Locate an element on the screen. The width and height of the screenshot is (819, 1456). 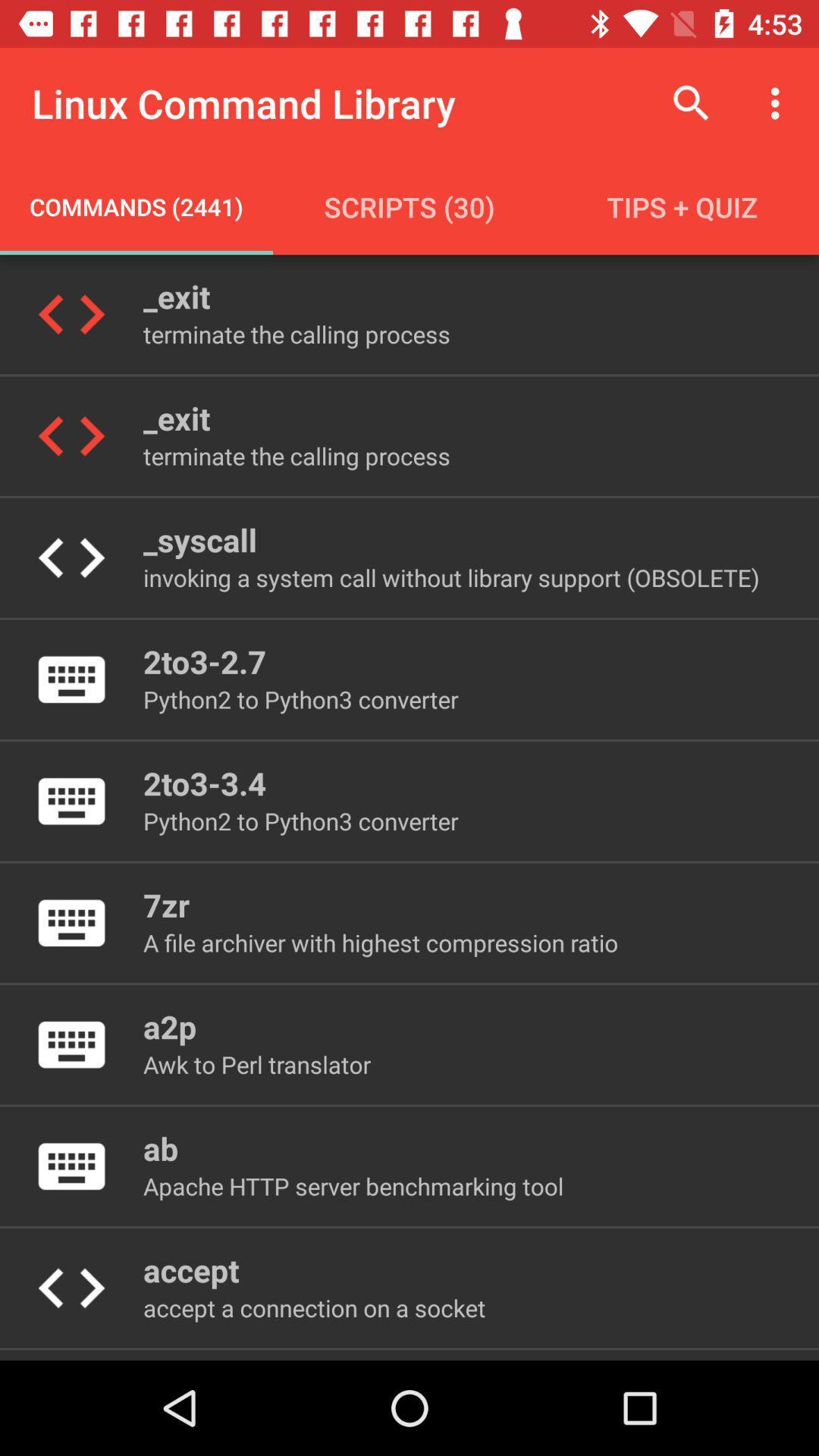
item next to the linux command library icon is located at coordinates (691, 102).